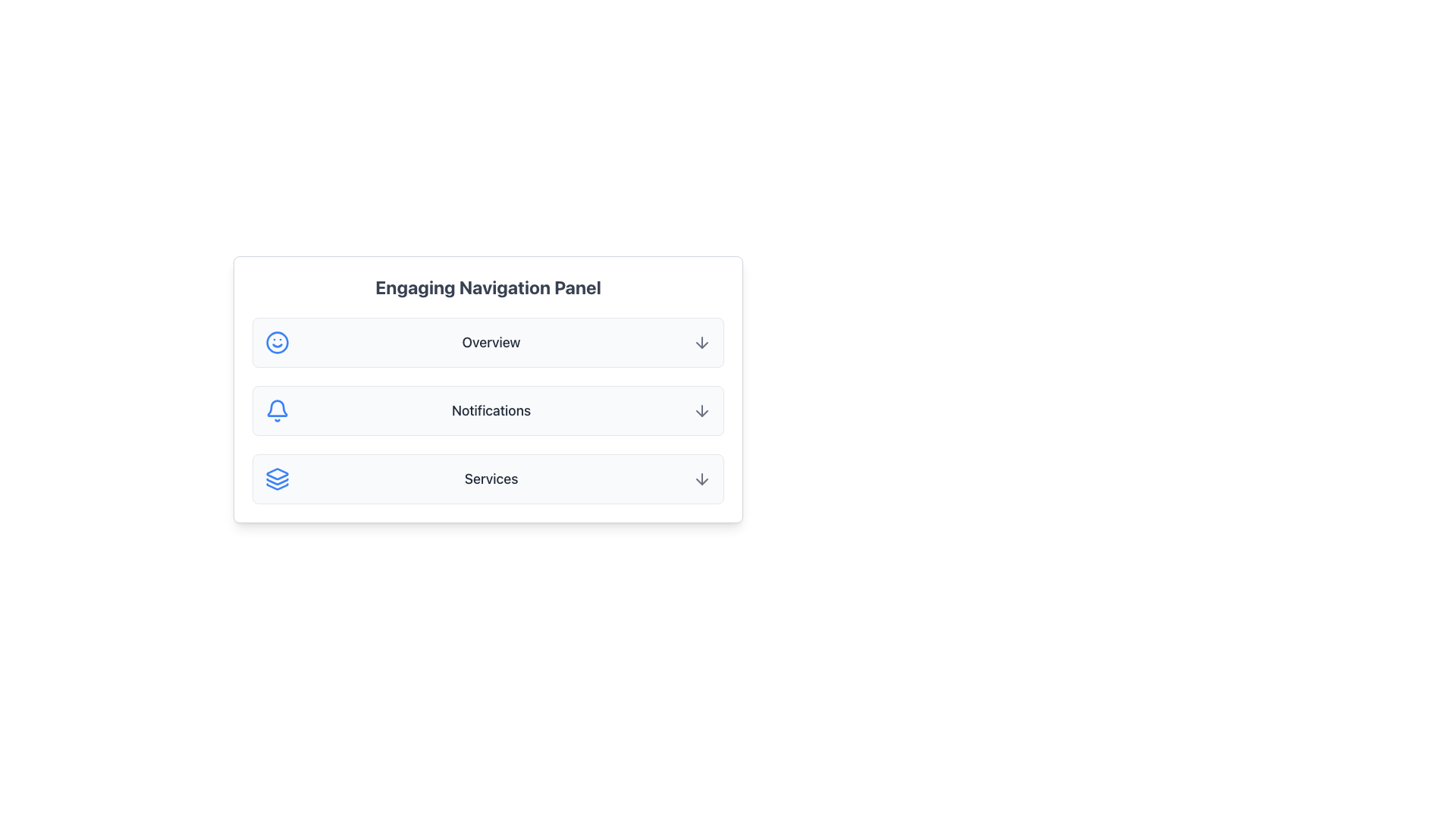 This screenshot has width=1456, height=819. What do you see at coordinates (488, 479) in the screenshot?
I see `the 'Services' button in the navigation tile` at bounding box center [488, 479].